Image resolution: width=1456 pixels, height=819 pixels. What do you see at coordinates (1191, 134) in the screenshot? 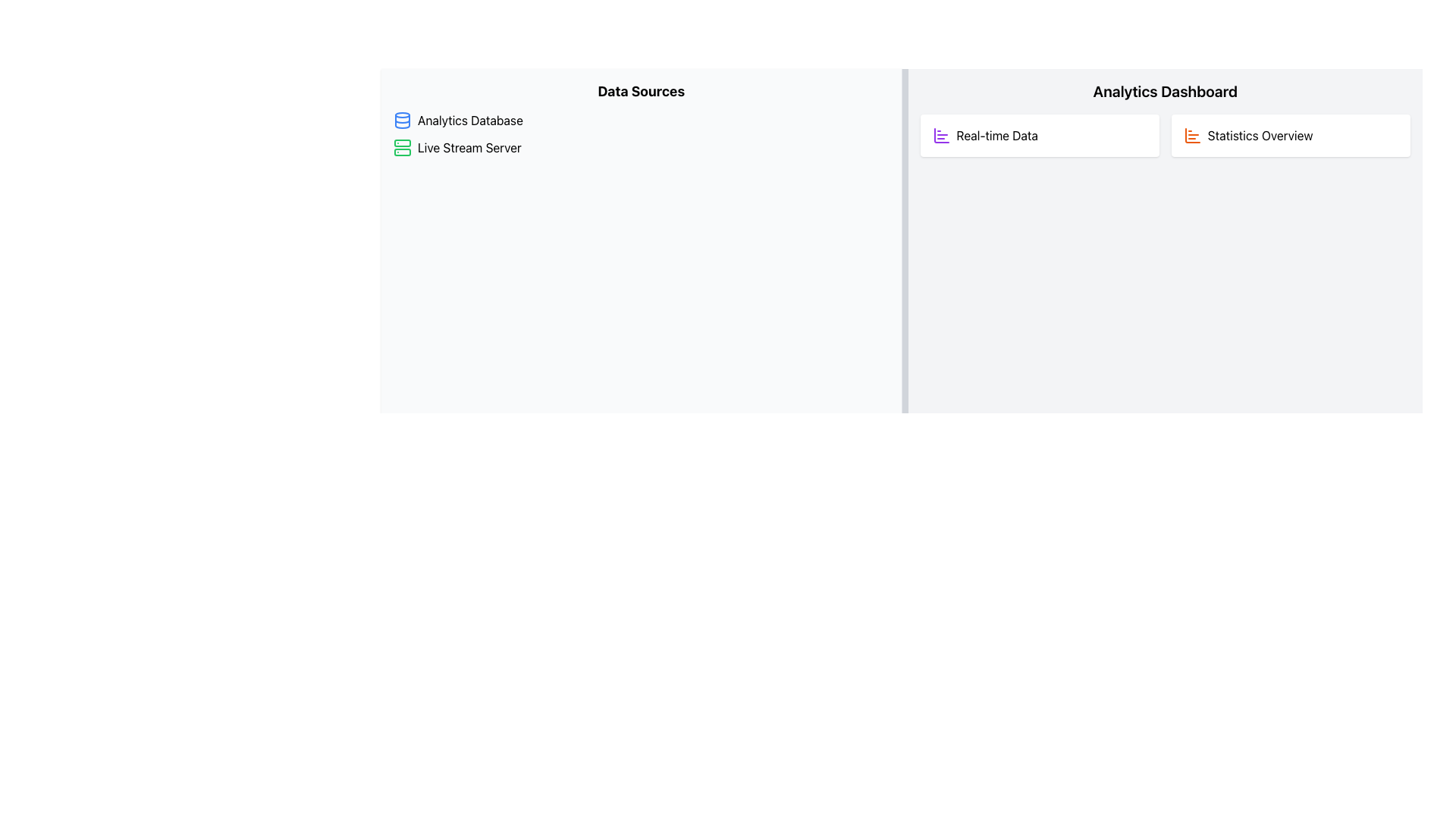
I see `the bar chart icon styled in orange within the 'Statistics Overview' button in the 'Analytics Dashboard' section` at bounding box center [1191, 134].